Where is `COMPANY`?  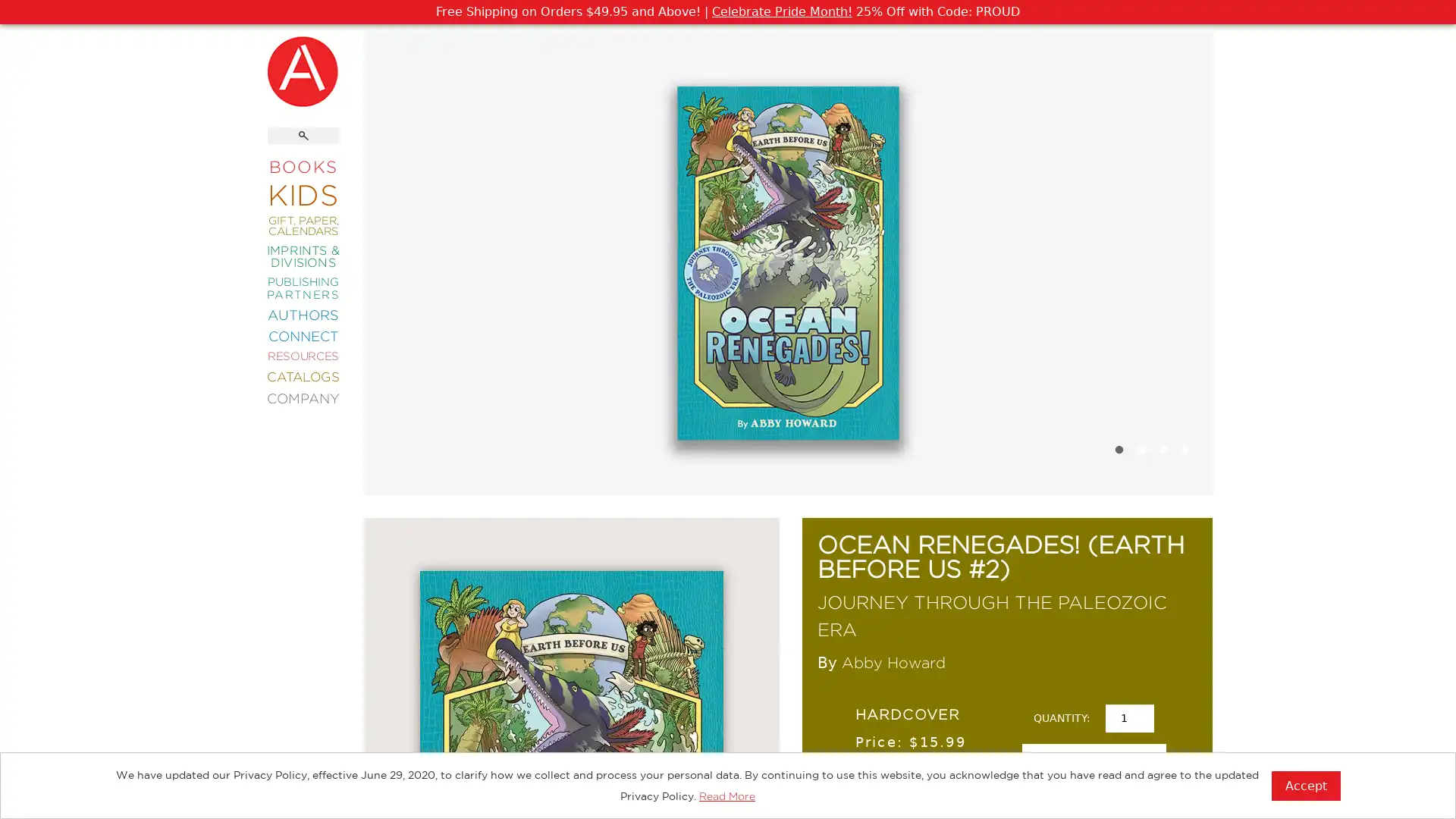 COMPANY is located at coordinates (303, 397).